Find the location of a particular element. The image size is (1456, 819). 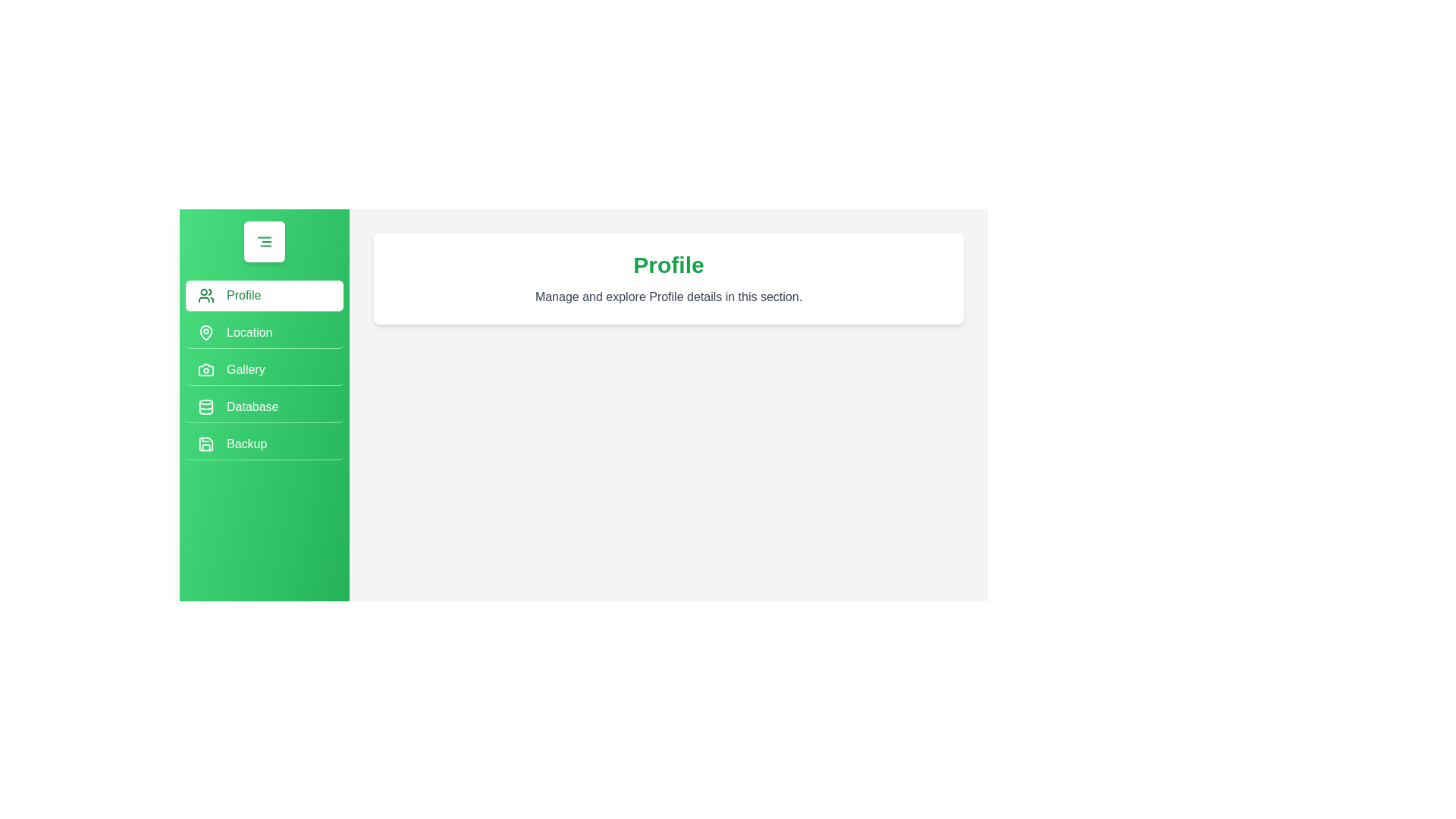

the menu option Location in the drawer is located at coordinates (265, 332).